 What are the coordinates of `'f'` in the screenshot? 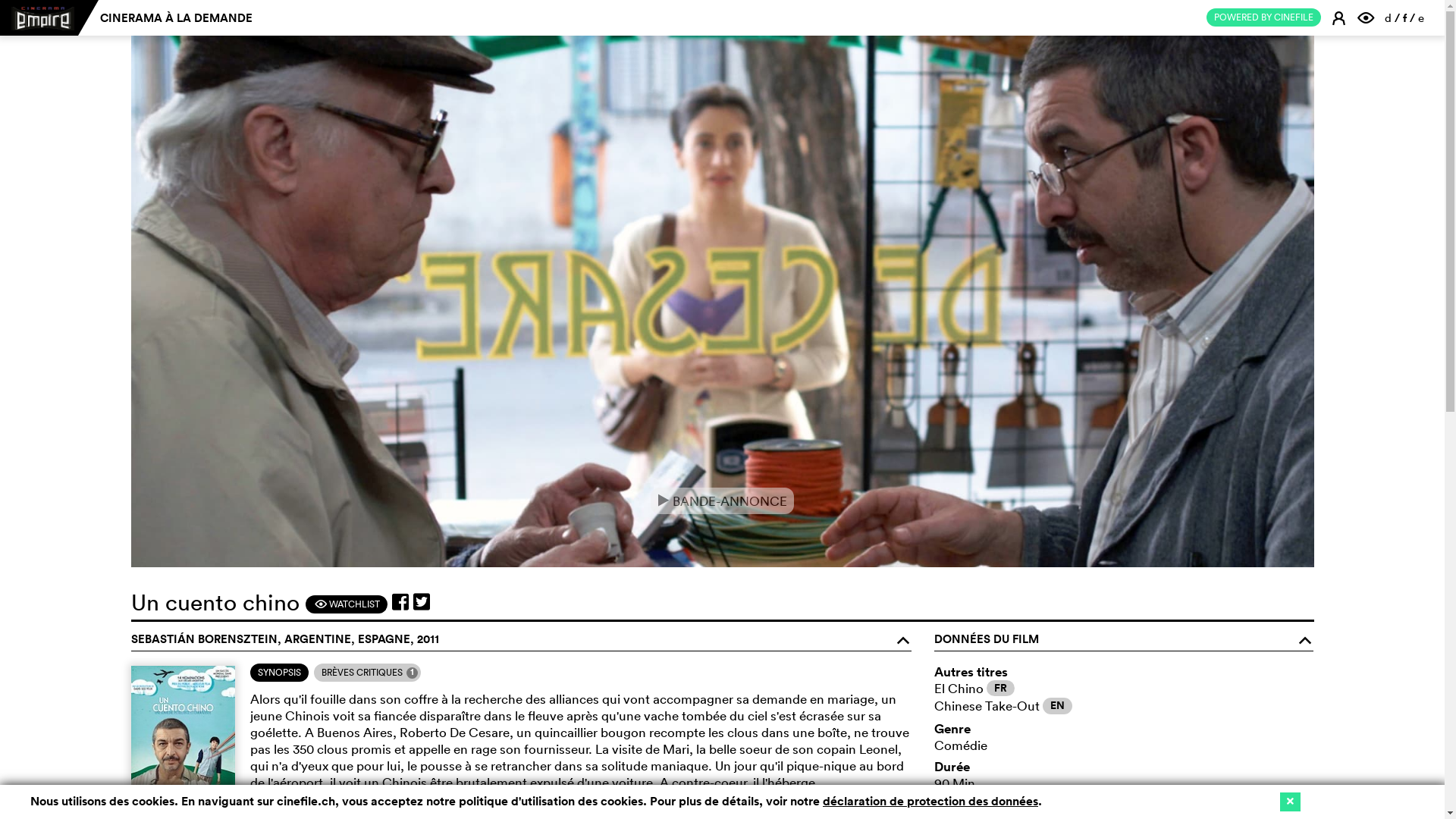 It's located at (1404, 17).